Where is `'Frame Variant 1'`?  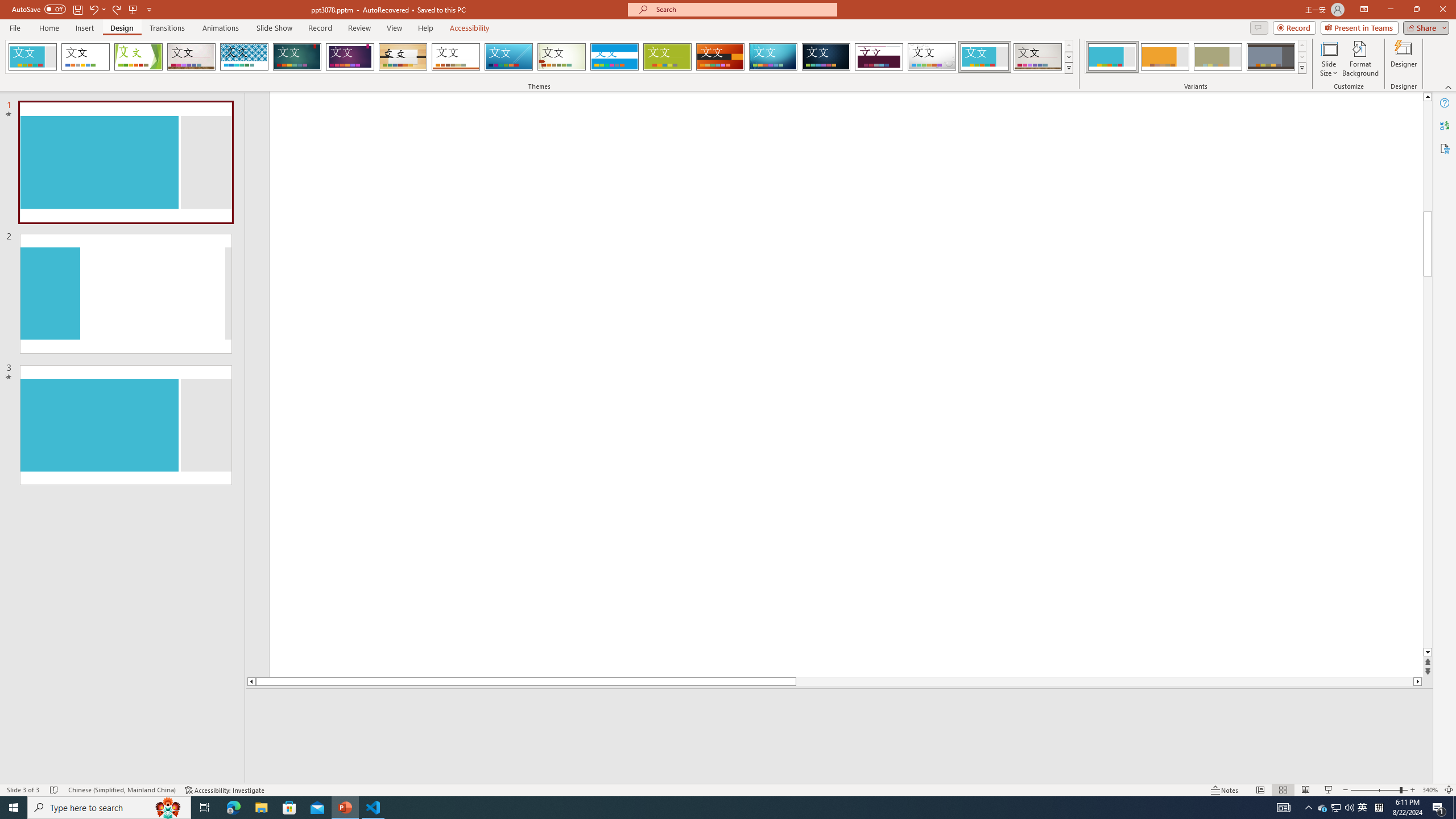 'Frame Variant 1' is located at coordinates (1111, 56).